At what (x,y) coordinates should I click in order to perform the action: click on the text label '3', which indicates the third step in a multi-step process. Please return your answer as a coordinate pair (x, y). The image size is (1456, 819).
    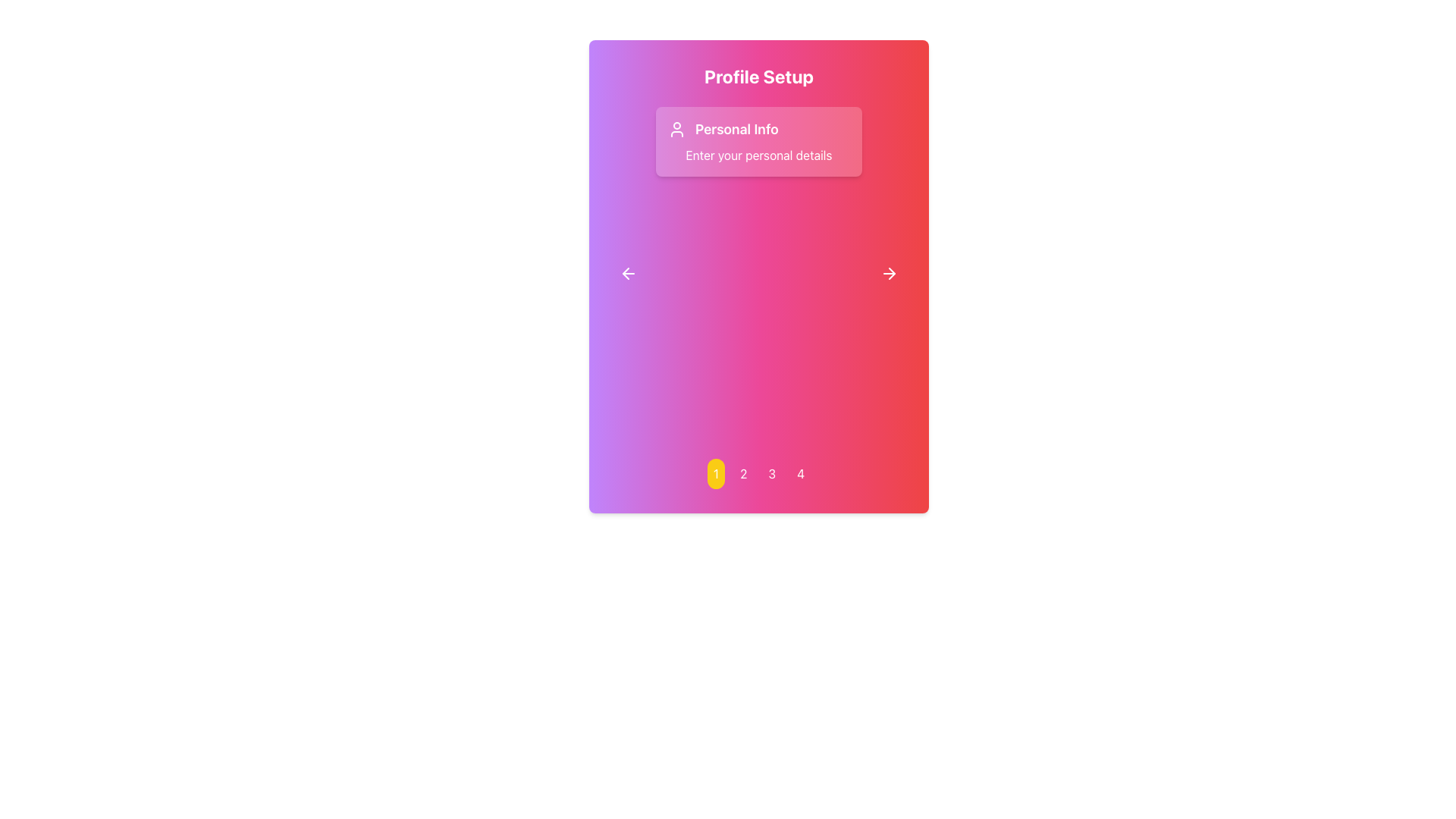
    Looking at the image, I should click on (772, 472).